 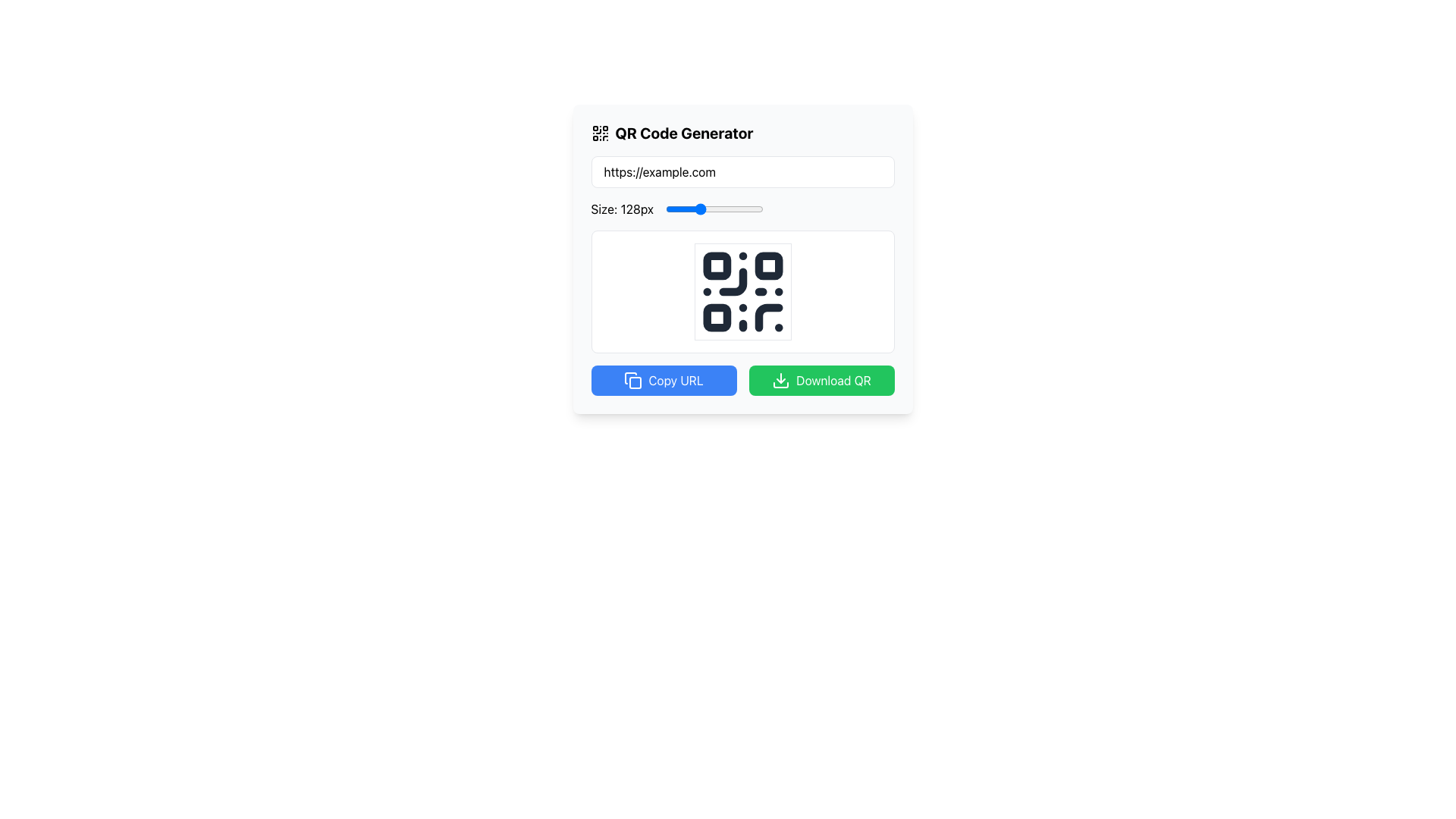 What do you see at coordinates (821, 379) in the screenshot?
I see `the download button located to the right of the blue 'Copy URL' button, which allows users to download the displayed QR code` at bounding box center [821, 379].